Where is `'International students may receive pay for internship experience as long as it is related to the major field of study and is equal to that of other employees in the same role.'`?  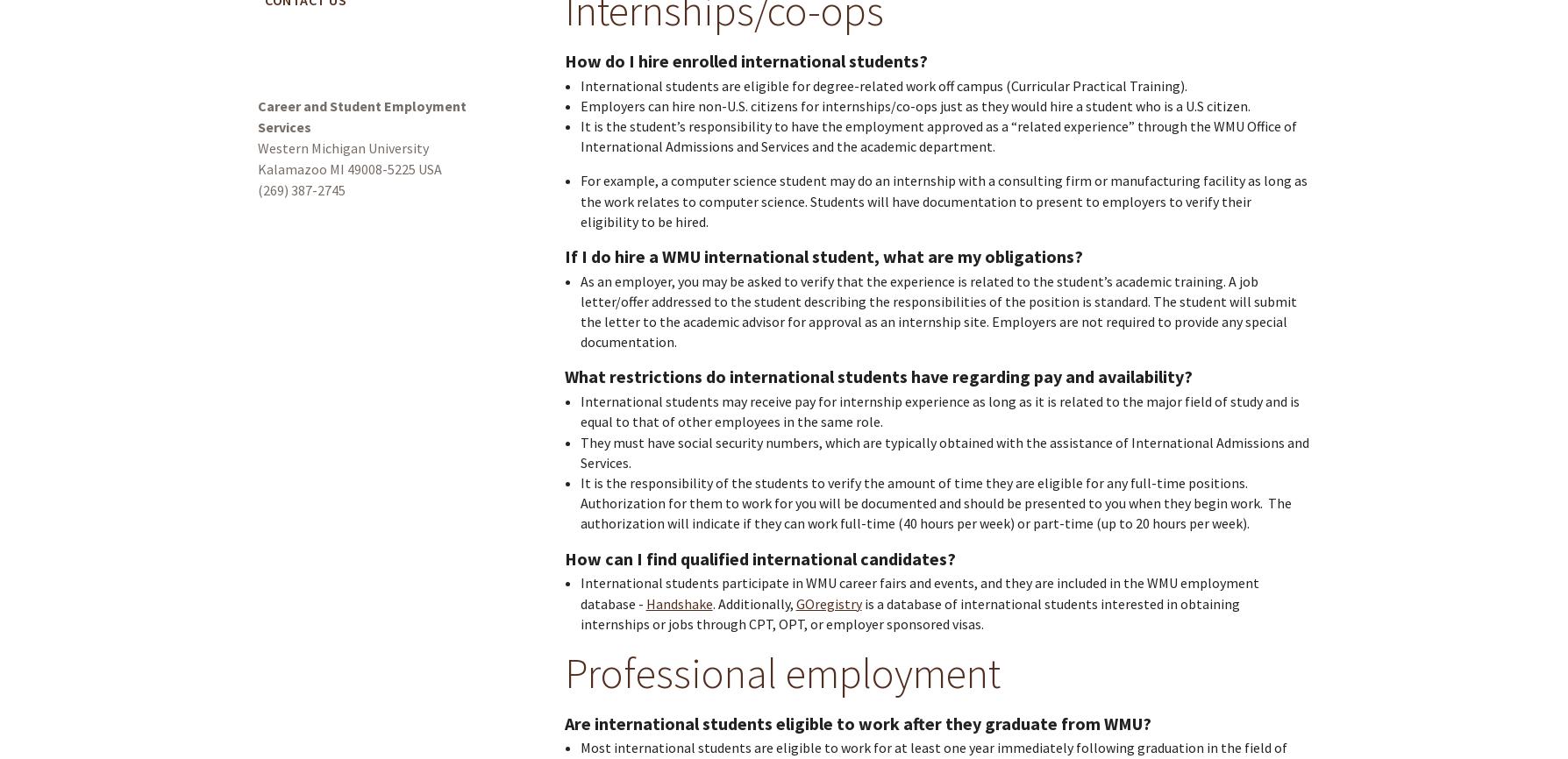 'International students may receive pay for internship experience as long as it is related to the major field of study and is equal to that of other employees in the same role.' is located at coordinates (939, 411).